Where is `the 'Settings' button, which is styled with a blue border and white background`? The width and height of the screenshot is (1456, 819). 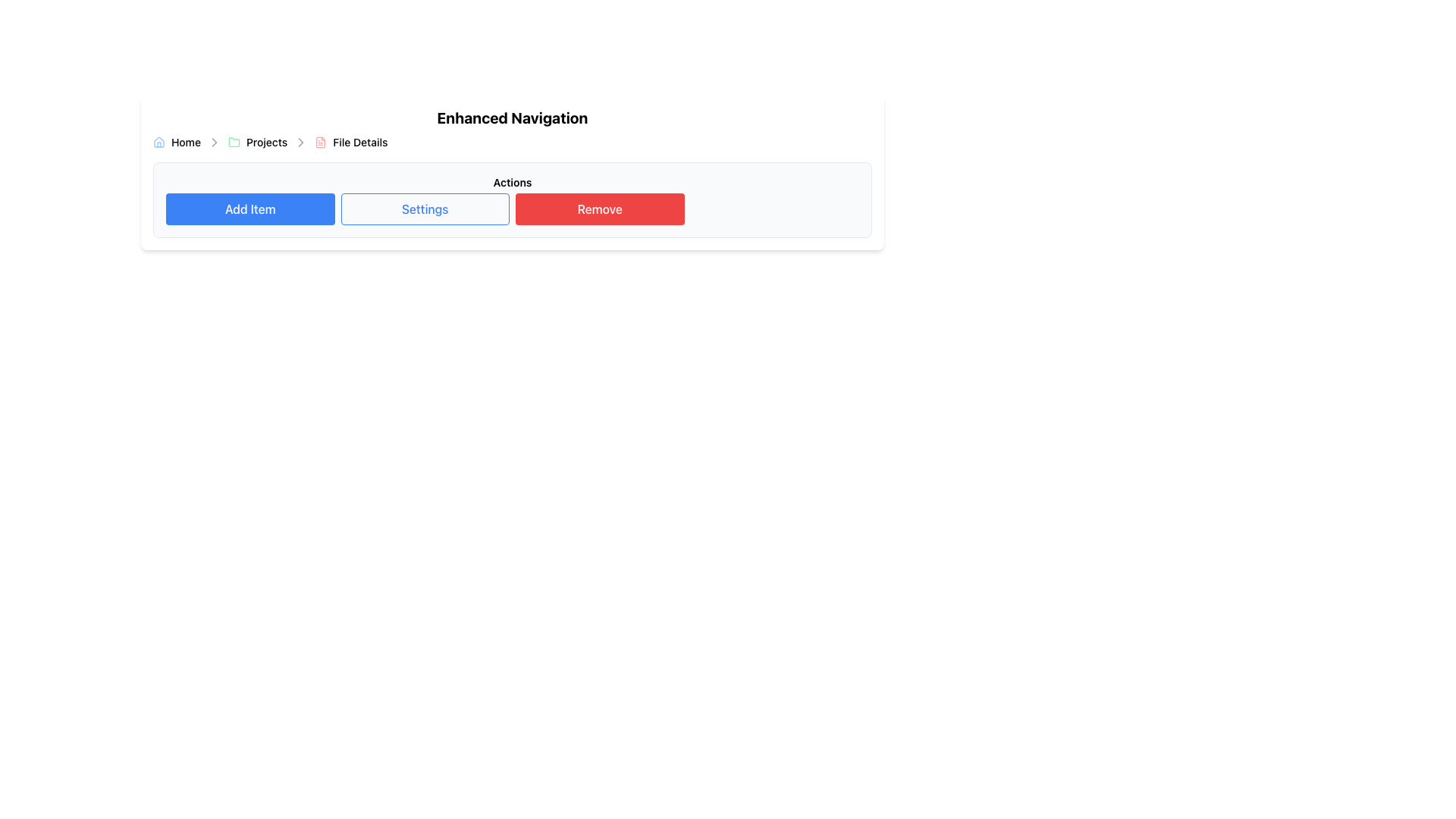 the 'Settings' button, which is styled with a blue border and white background is located at coordinates (425, 209).